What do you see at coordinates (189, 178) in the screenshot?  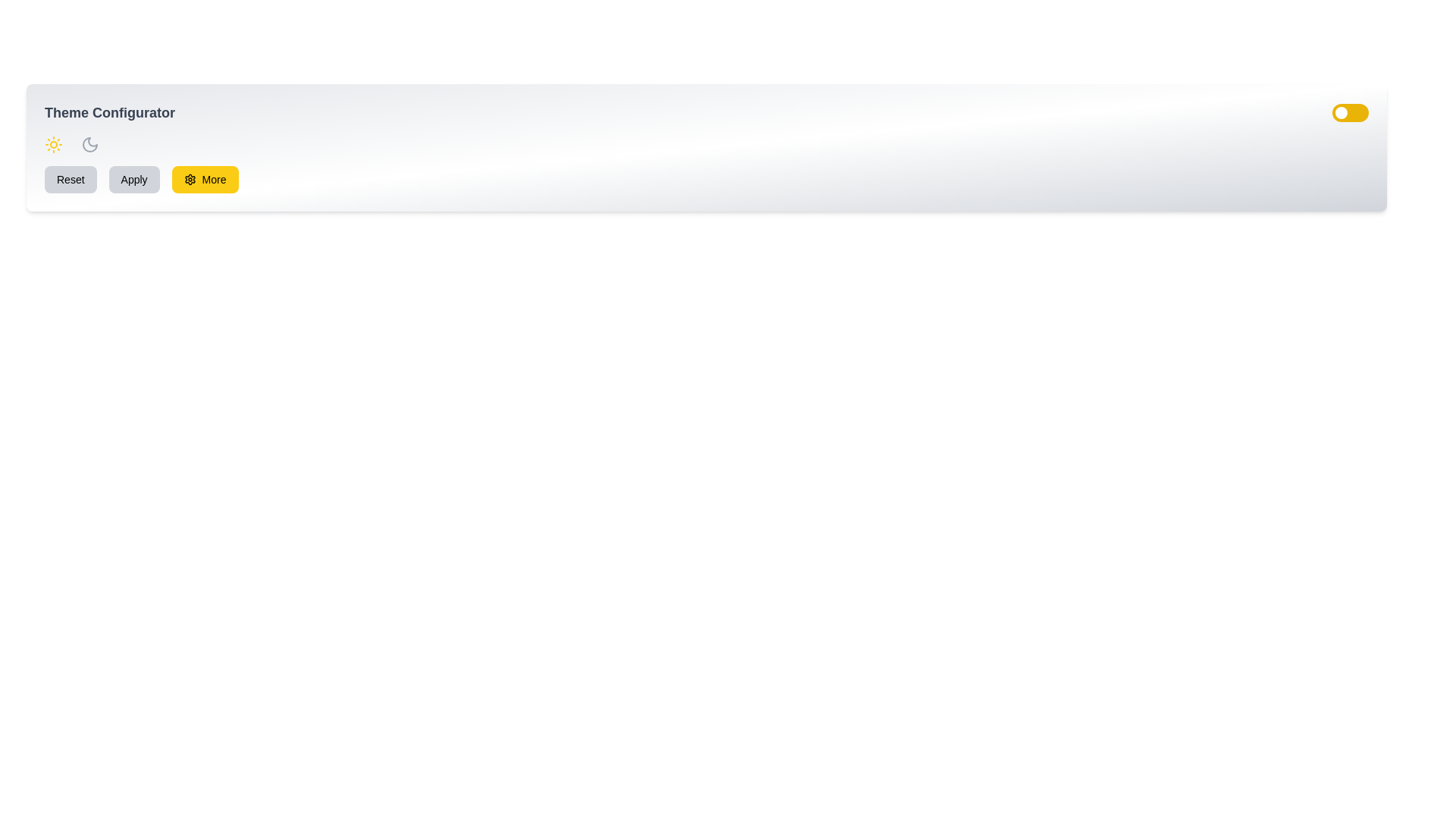 I see `the ornamental gear icon that is part of the 'More' button in the 'Theme Configurator' interface` at bounding box center [189, 178].